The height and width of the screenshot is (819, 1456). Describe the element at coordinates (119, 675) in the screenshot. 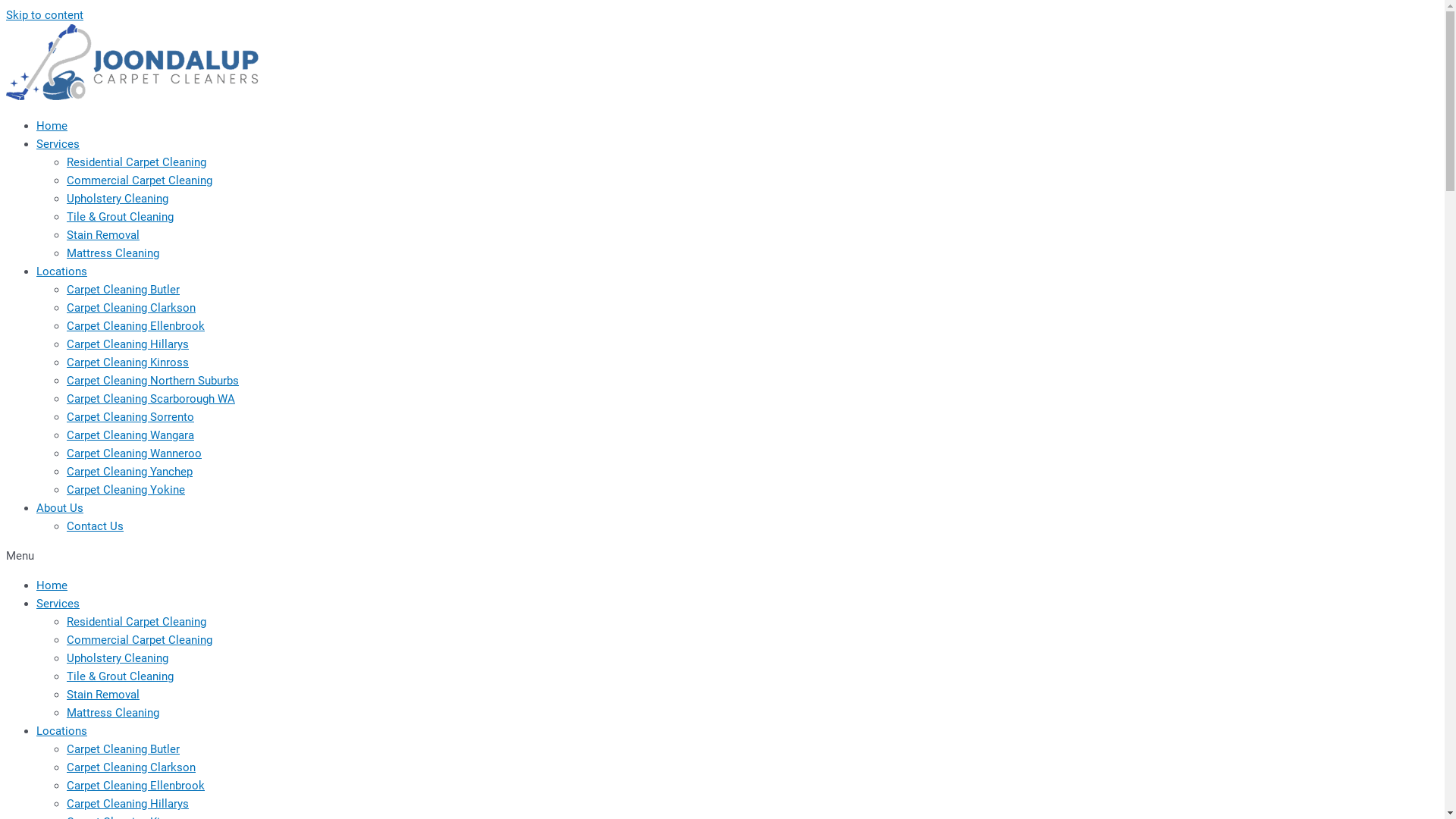

I see `'Tile & Grout Cleaning'` at that location.